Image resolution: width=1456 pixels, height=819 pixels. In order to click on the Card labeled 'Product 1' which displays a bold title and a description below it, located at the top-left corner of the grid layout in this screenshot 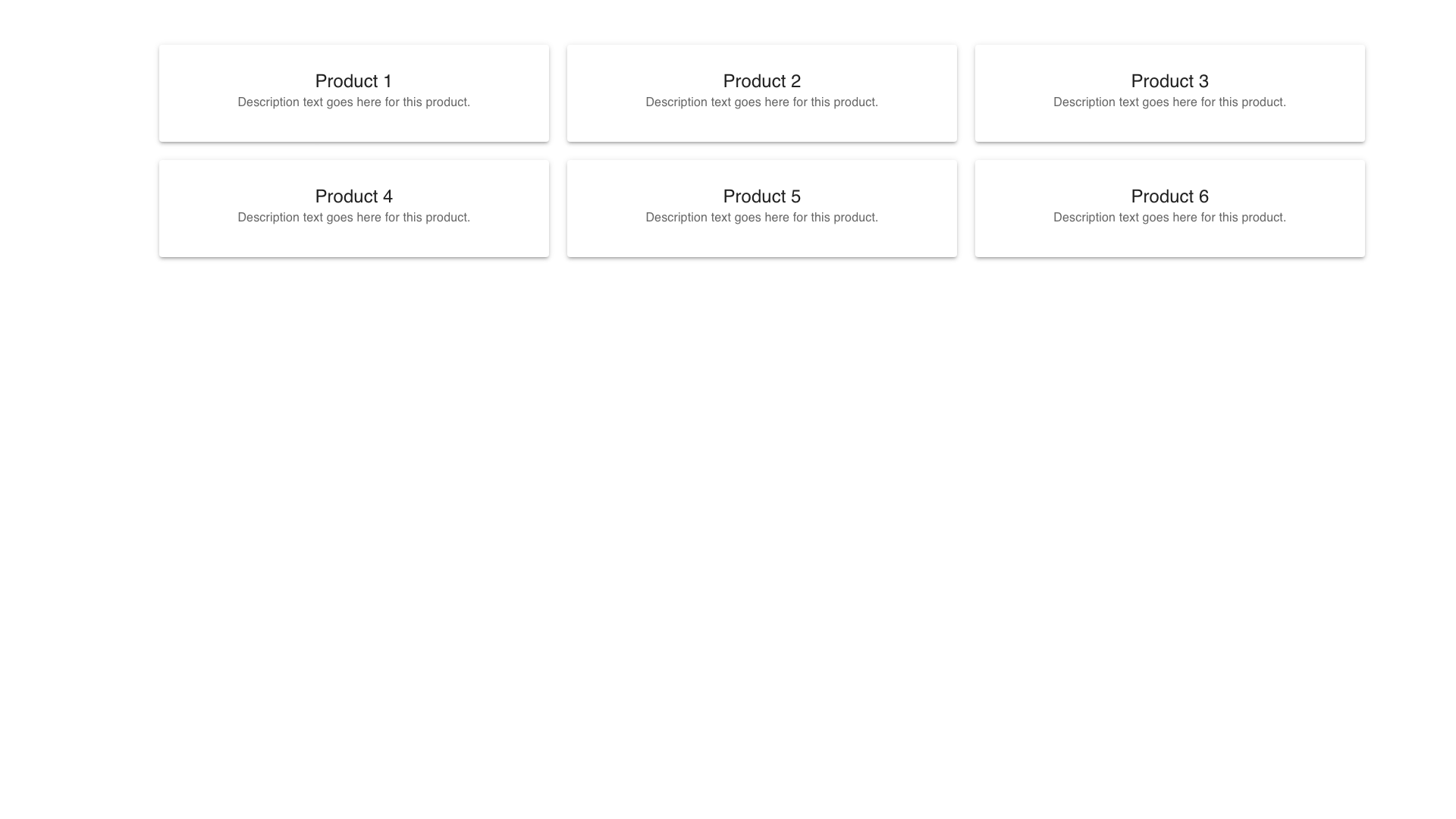, I will do `click(353, 93)`.